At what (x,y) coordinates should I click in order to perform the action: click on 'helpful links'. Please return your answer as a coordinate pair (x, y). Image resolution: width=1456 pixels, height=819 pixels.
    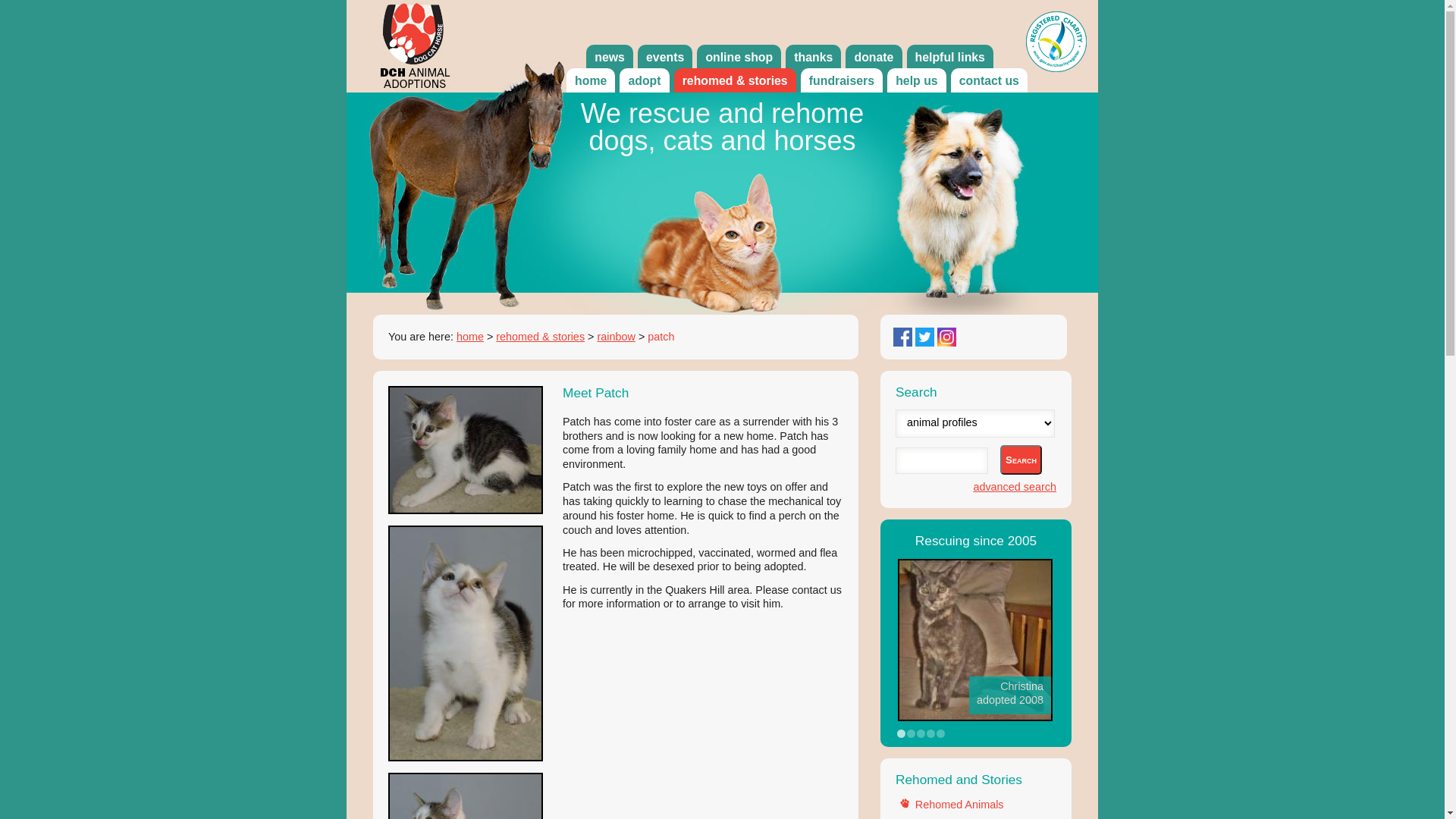
    Looking at the image, I should click on (949, 57).